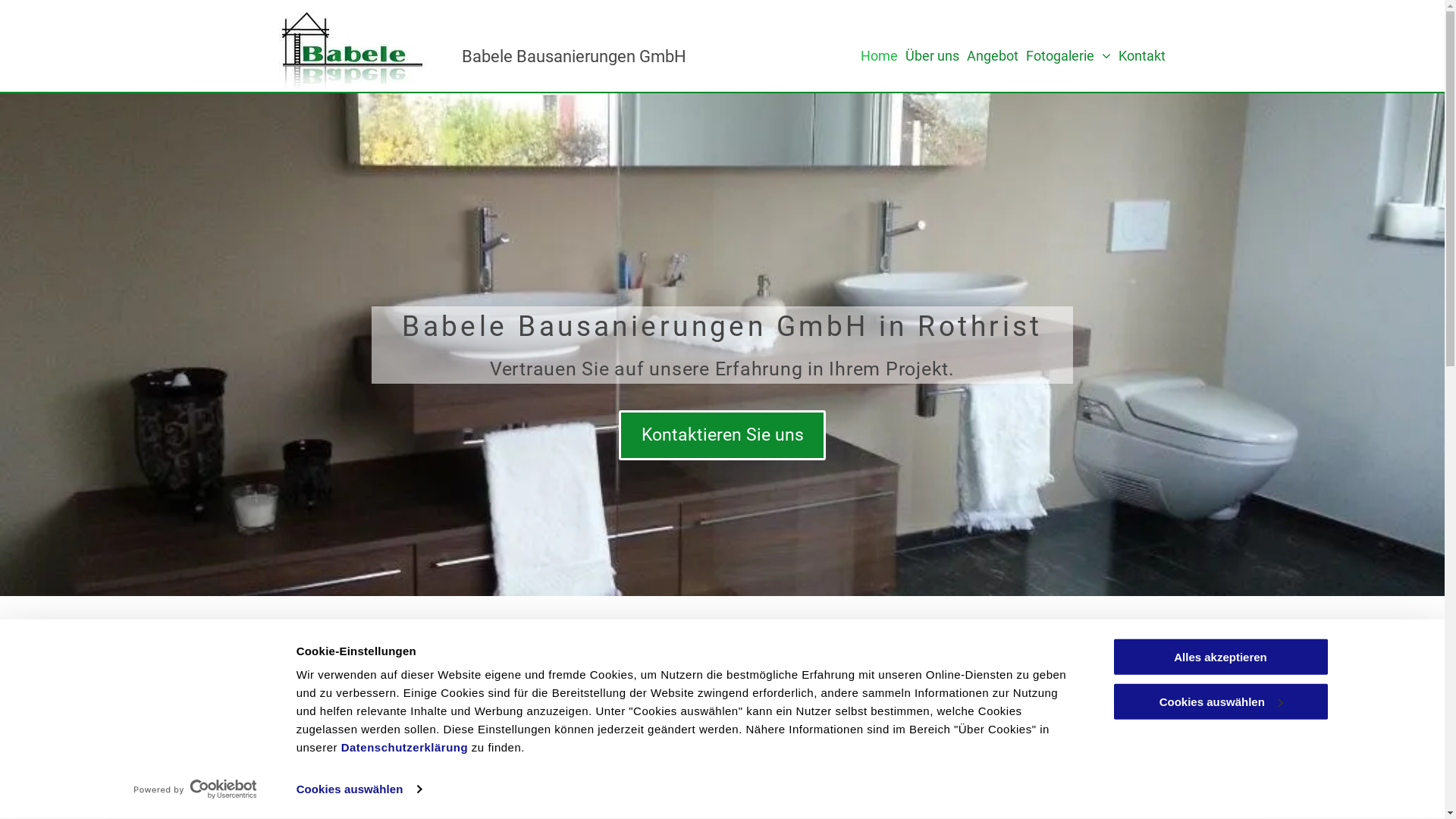 Image resolution: width=1456 pixels, height=819 pixels. Describe the element at coordinates (1118, 55) in the screenshot. I see `'Kontakt'` at that location.